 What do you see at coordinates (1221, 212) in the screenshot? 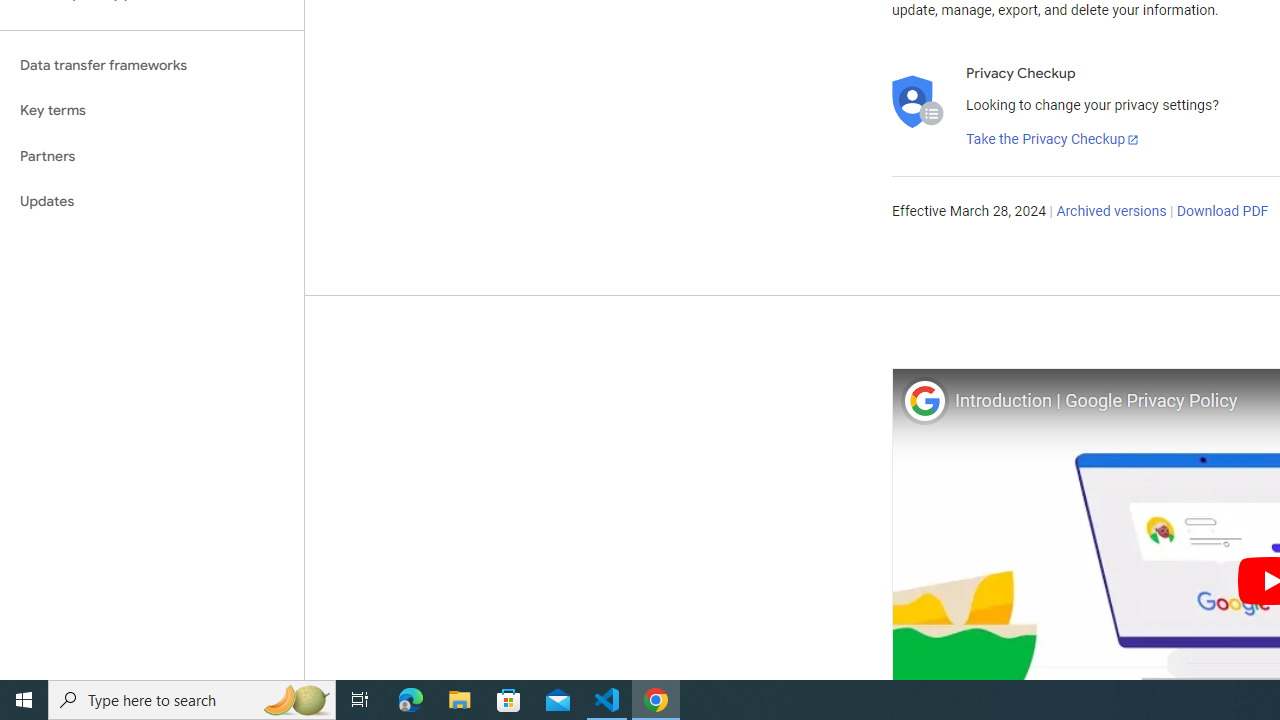
I see `'Download PDF'` at bounding box center [1221, 212].